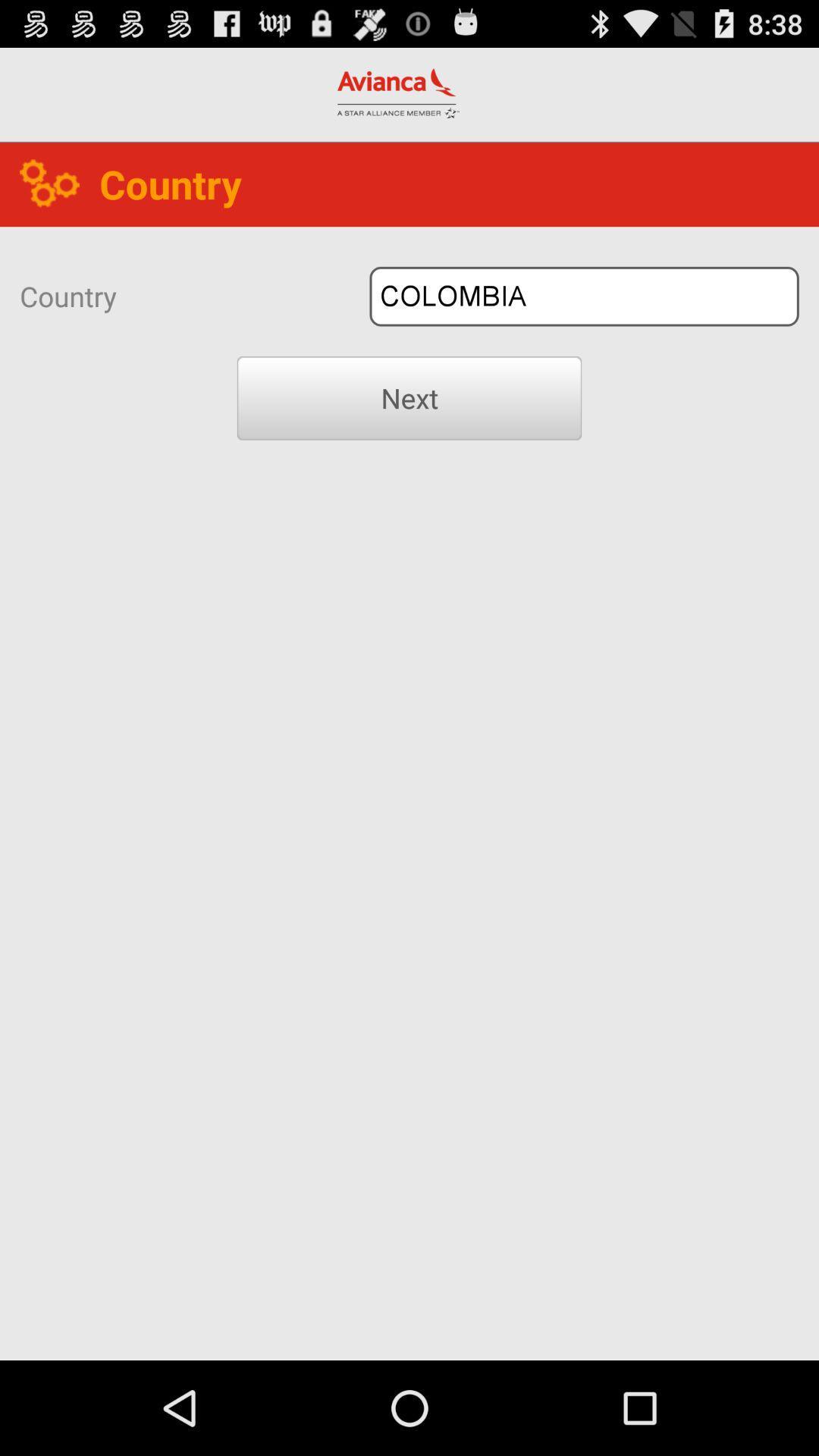 The height and width of the screenshot is (1456, 819). I want to click on colombia button, so click(583, 297).